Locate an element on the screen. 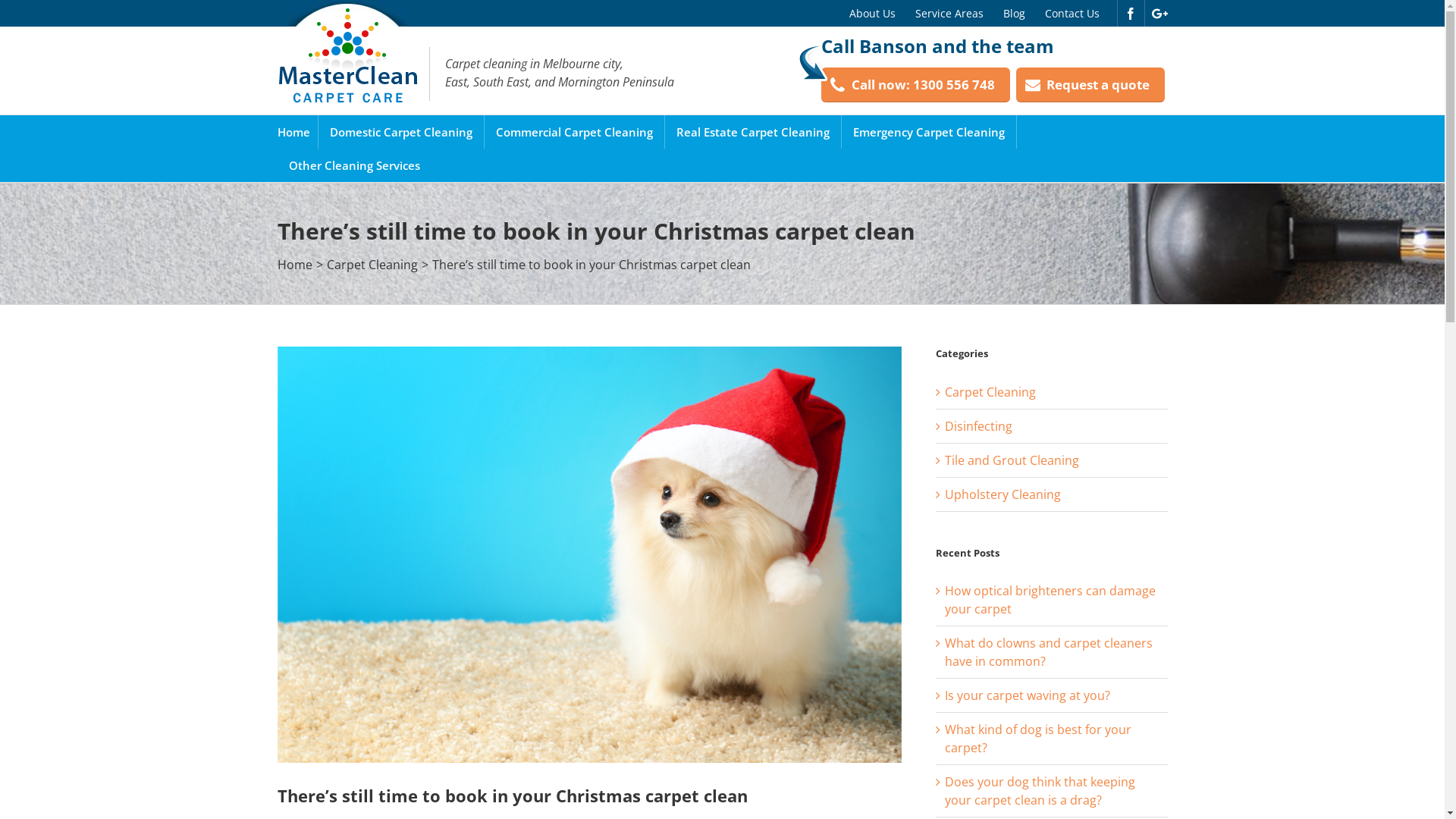  'Request a quote' is located at coordinates (1090, 85).